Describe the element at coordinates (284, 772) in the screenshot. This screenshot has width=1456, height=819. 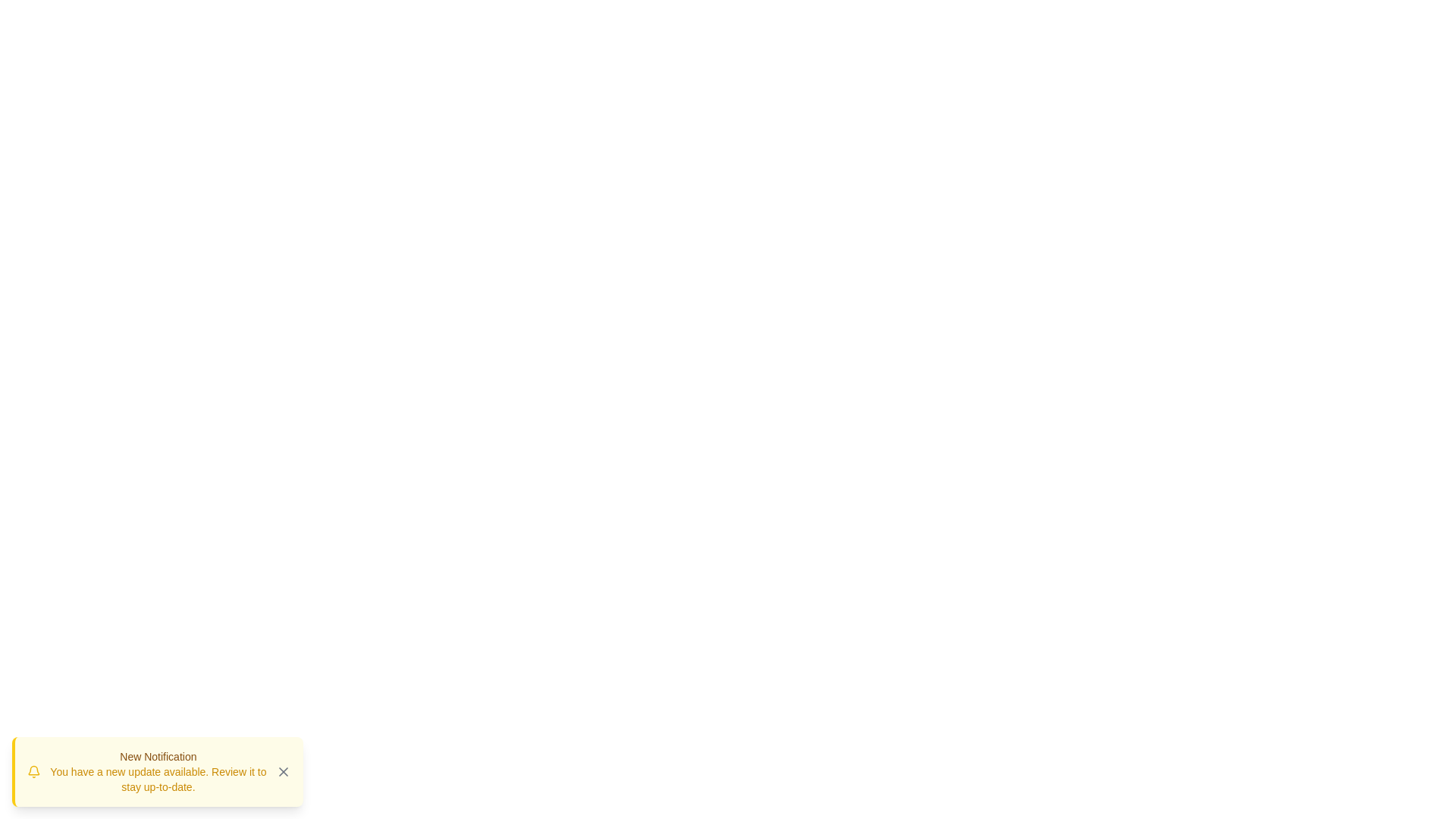
I see `the Close Icon button, which is an 'X' styled with a thin design located in the bottom-left corner of the notification box` at that location.